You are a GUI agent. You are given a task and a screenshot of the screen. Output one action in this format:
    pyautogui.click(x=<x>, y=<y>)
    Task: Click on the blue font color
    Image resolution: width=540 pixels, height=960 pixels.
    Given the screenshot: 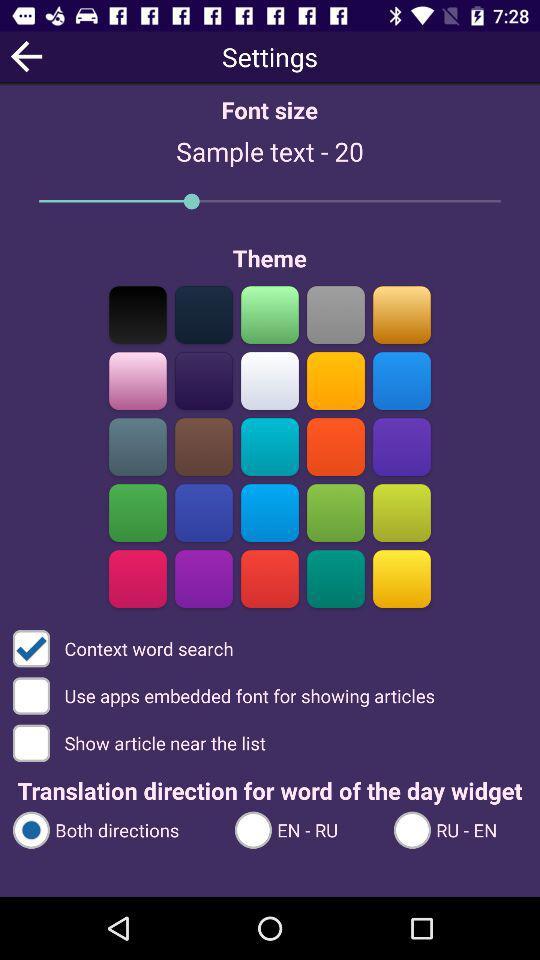 What is the action you would take?
    pyautogui.click(x=401, y=380)
    